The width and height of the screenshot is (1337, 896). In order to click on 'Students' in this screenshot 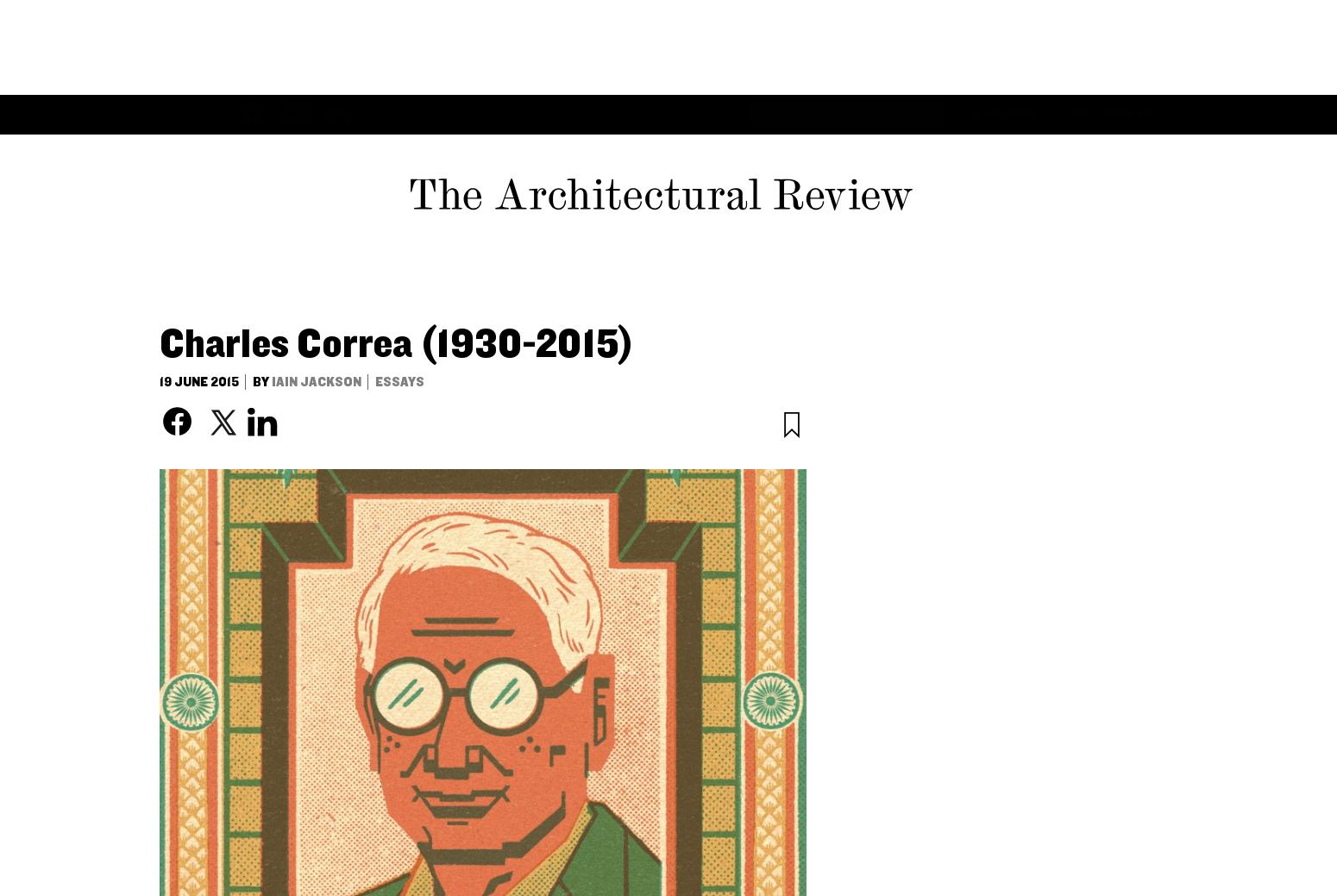, I will do `click(936, 18)`.